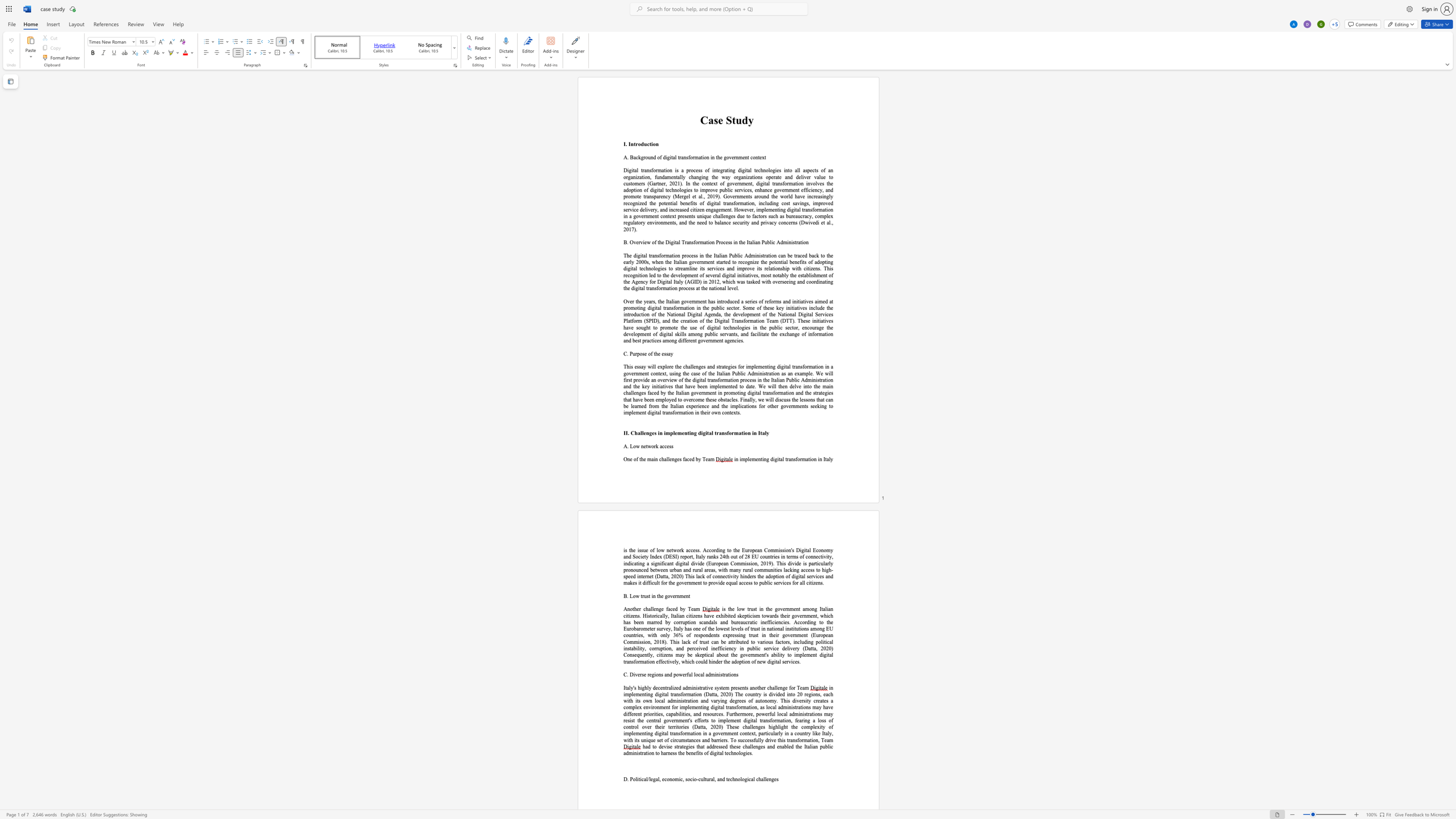  What do you see at coordinates (681, 575) in the screenshot?
I see `the space between the continuous character "0" and ")" in the text` at bounding box center [681, 575].